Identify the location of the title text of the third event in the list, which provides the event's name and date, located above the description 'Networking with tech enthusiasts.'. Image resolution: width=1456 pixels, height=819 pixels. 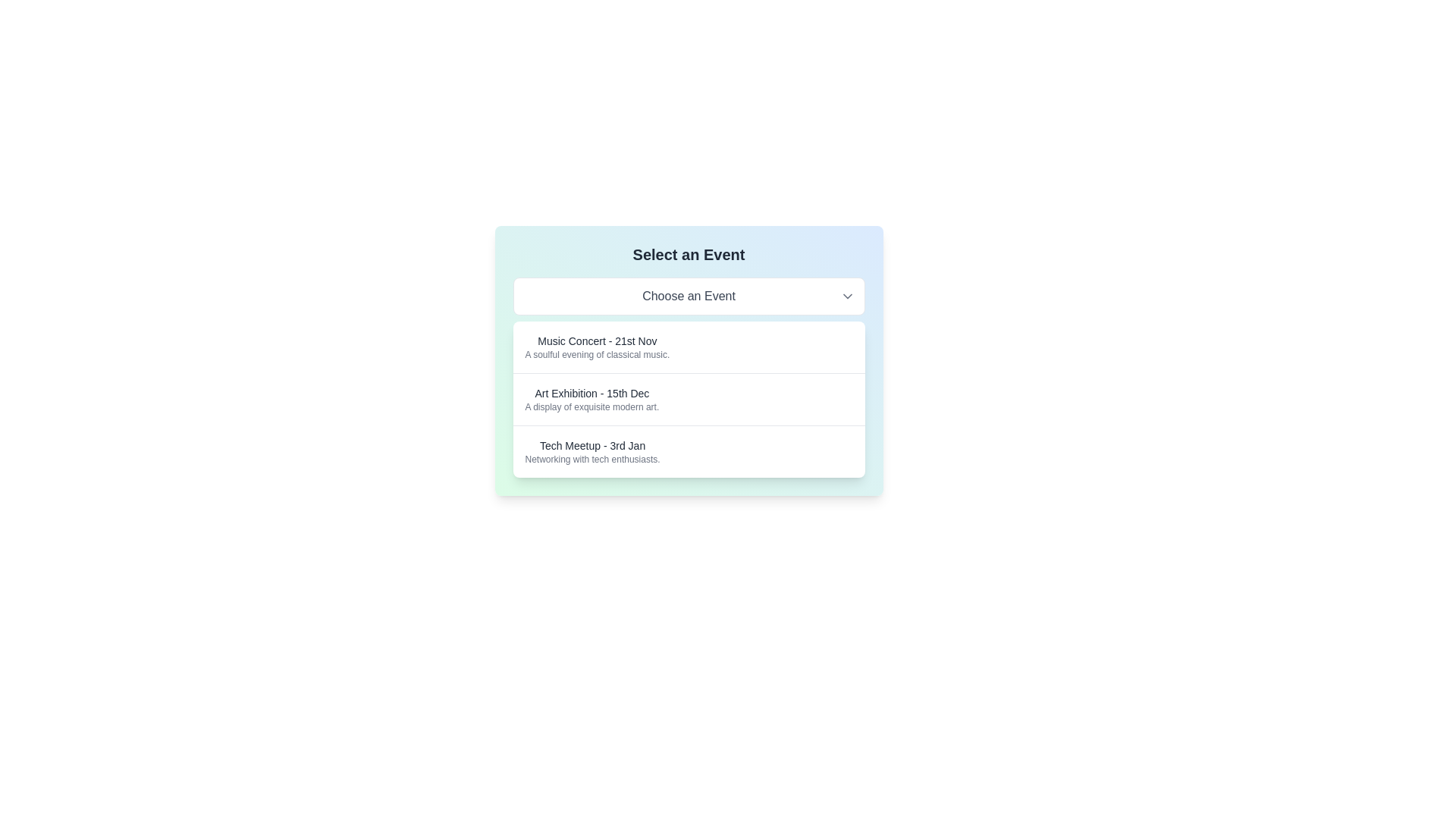
(591, 444).